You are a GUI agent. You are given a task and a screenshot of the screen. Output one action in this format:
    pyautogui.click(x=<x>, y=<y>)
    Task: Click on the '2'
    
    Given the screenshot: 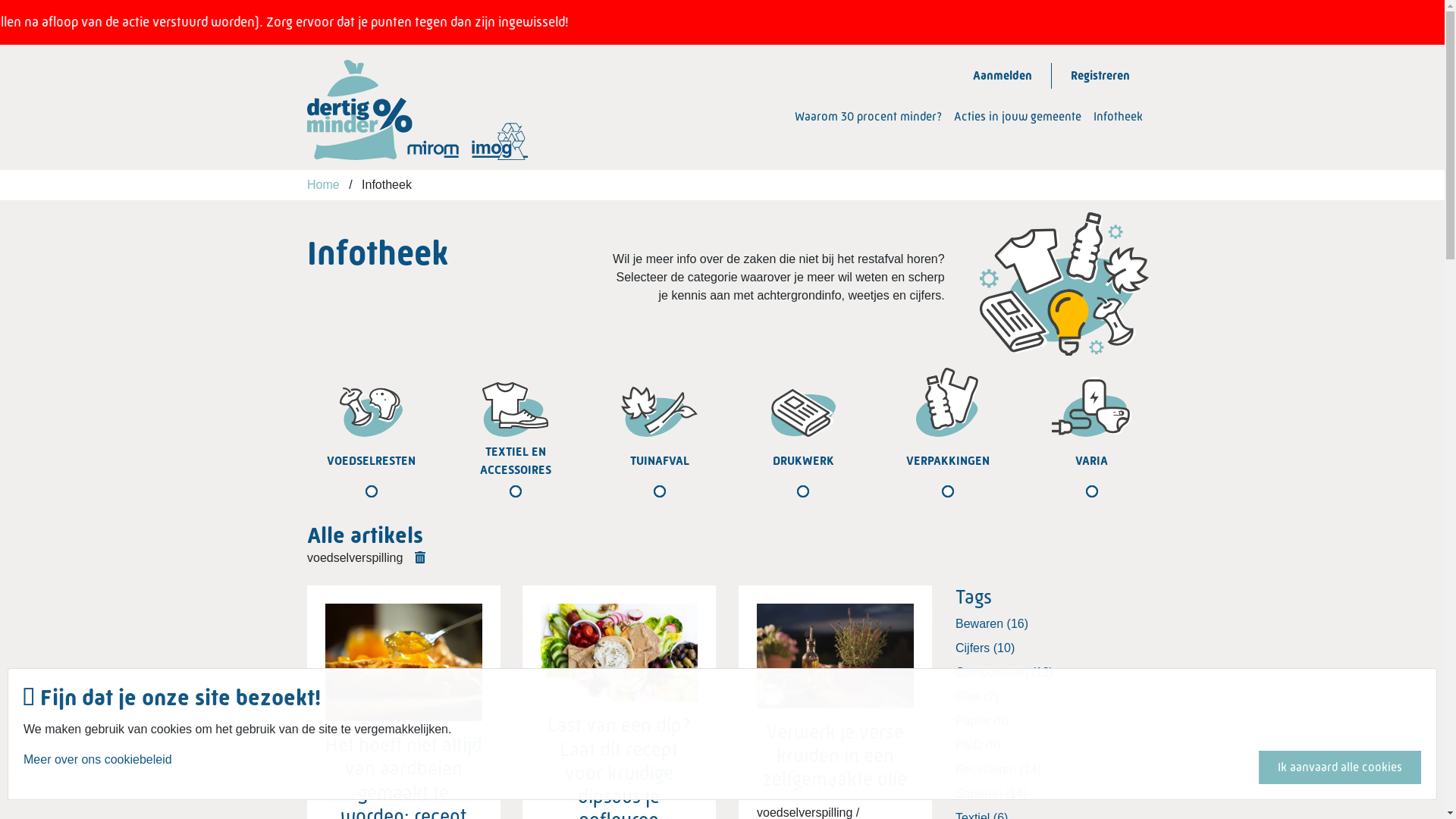 What is the action you would take?
    pyautogui.click(x=445, y=476)
    